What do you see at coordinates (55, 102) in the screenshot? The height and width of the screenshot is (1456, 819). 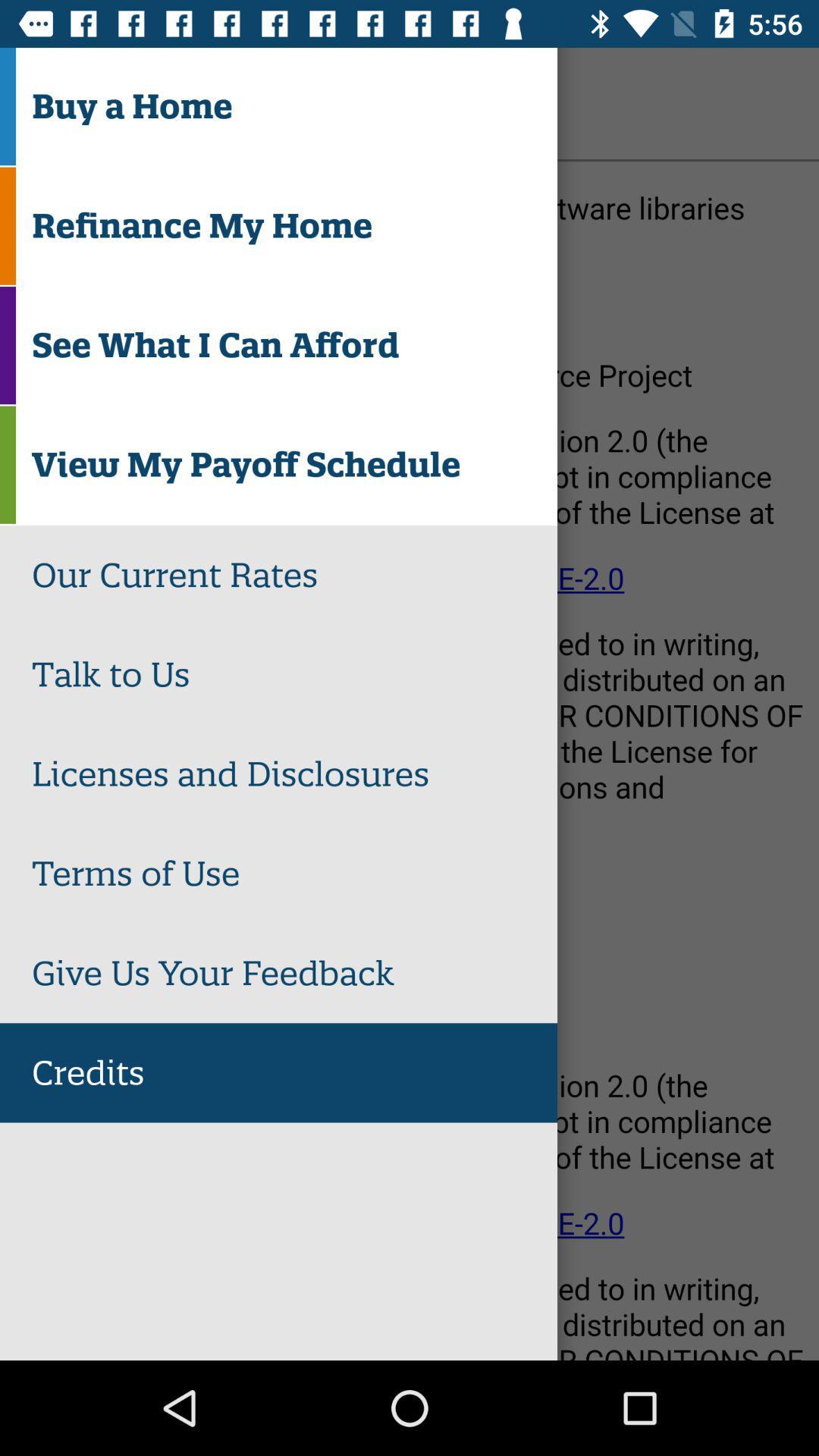 I see `icon next to the credits` at bounding box center [55, 102].